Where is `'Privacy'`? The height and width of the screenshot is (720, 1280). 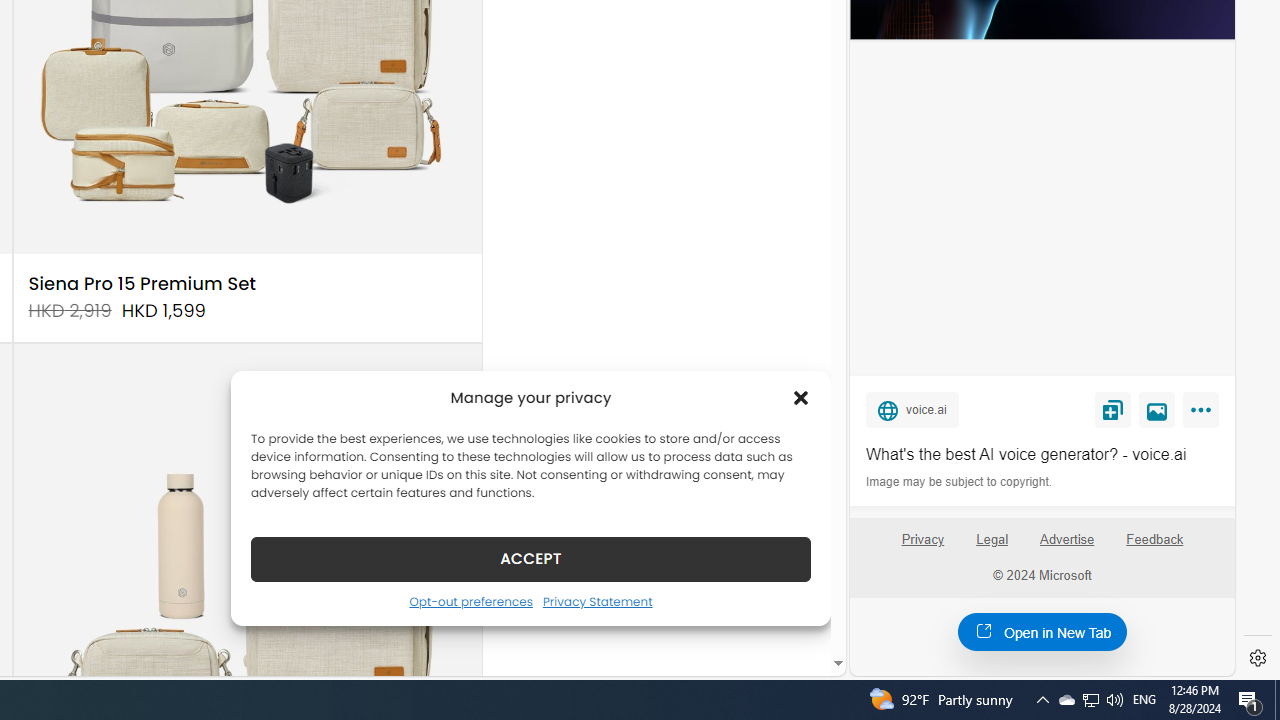
'Privacy' is located at coordinates (921, 547).